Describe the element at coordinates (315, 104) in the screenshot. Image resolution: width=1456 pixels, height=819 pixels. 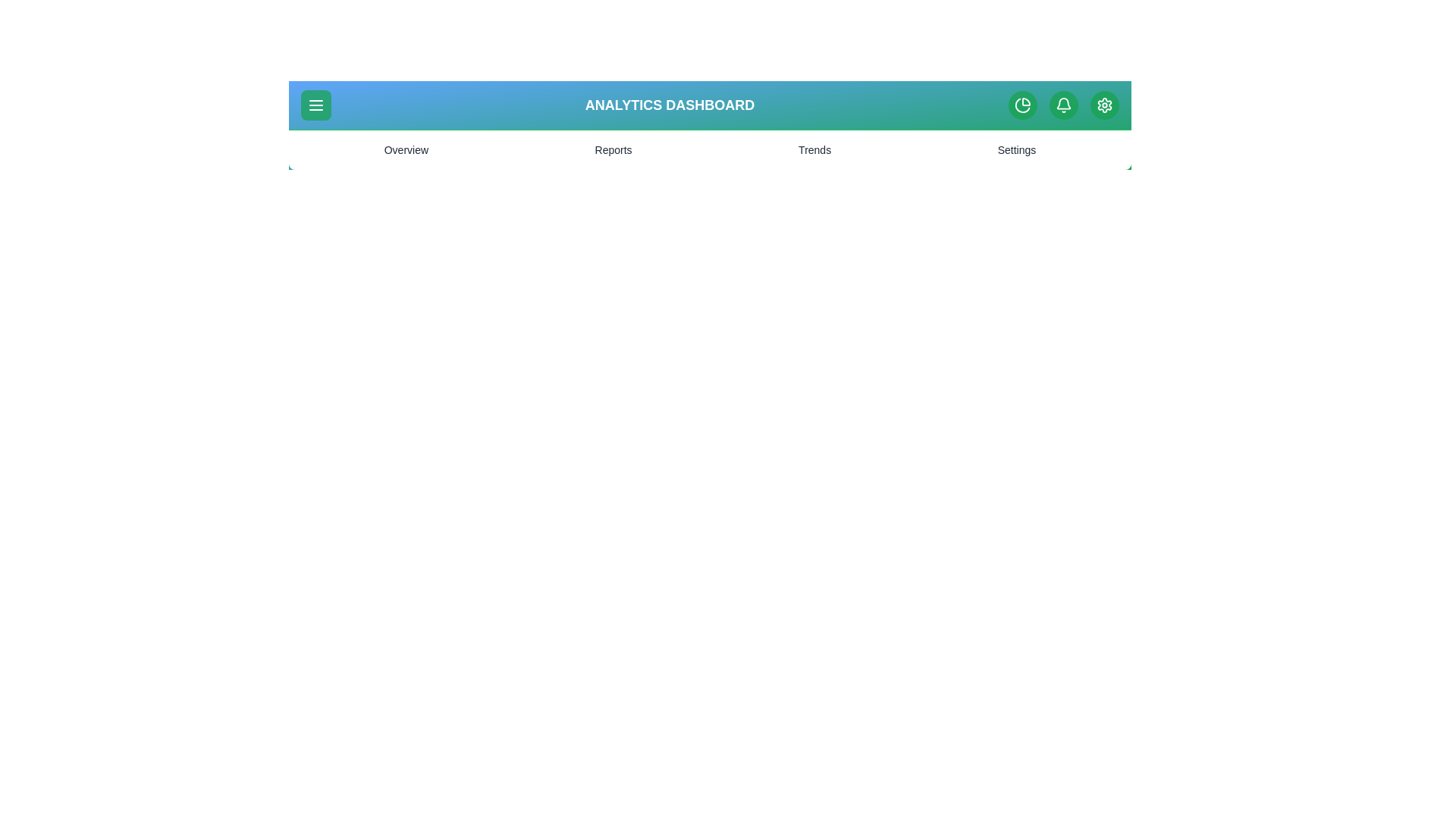
I see `the menu icon to toggle the menu visibility` at that location.